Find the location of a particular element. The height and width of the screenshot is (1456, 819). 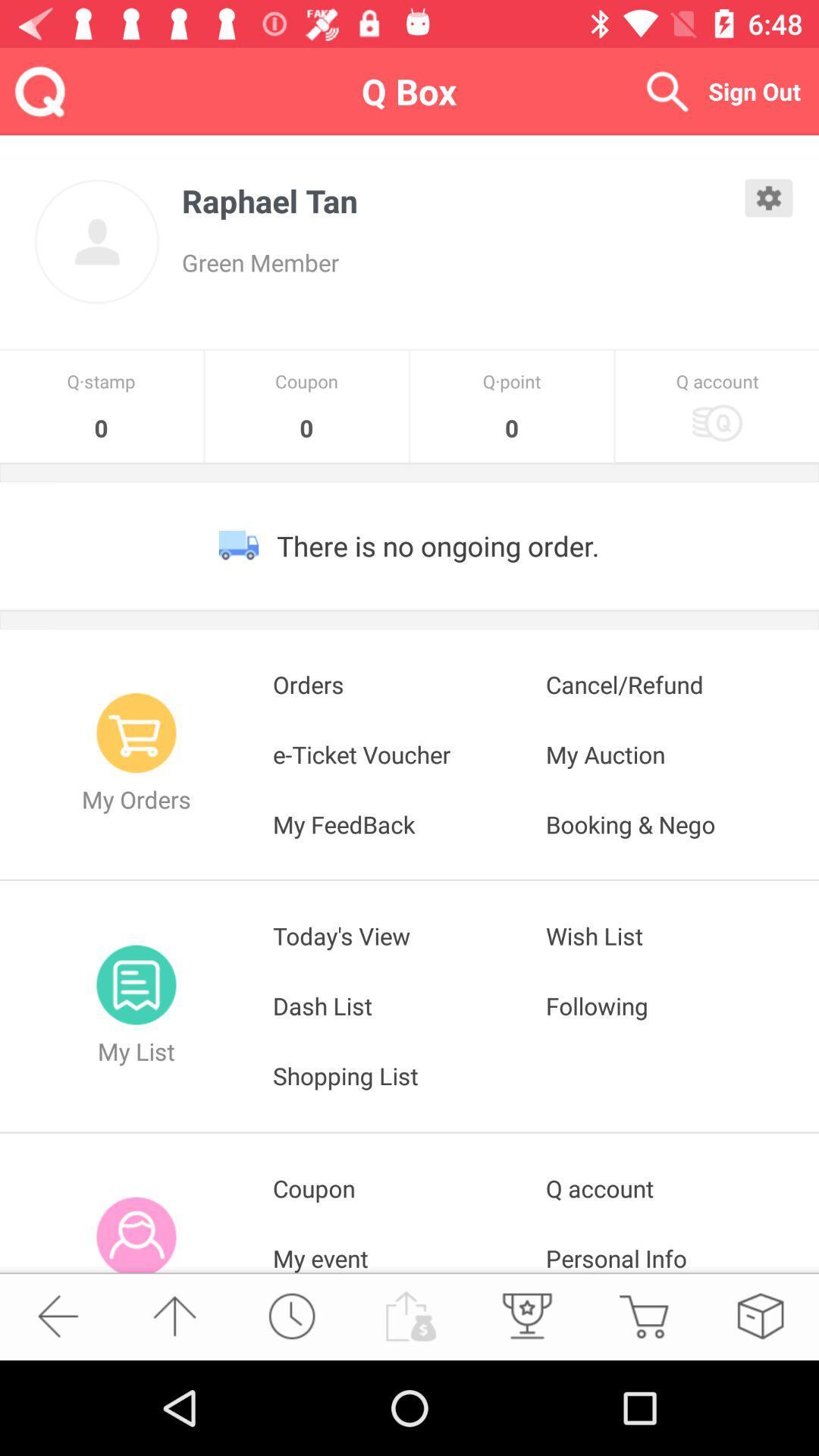

checks on shipping area is located at coordinates (760, 1315).